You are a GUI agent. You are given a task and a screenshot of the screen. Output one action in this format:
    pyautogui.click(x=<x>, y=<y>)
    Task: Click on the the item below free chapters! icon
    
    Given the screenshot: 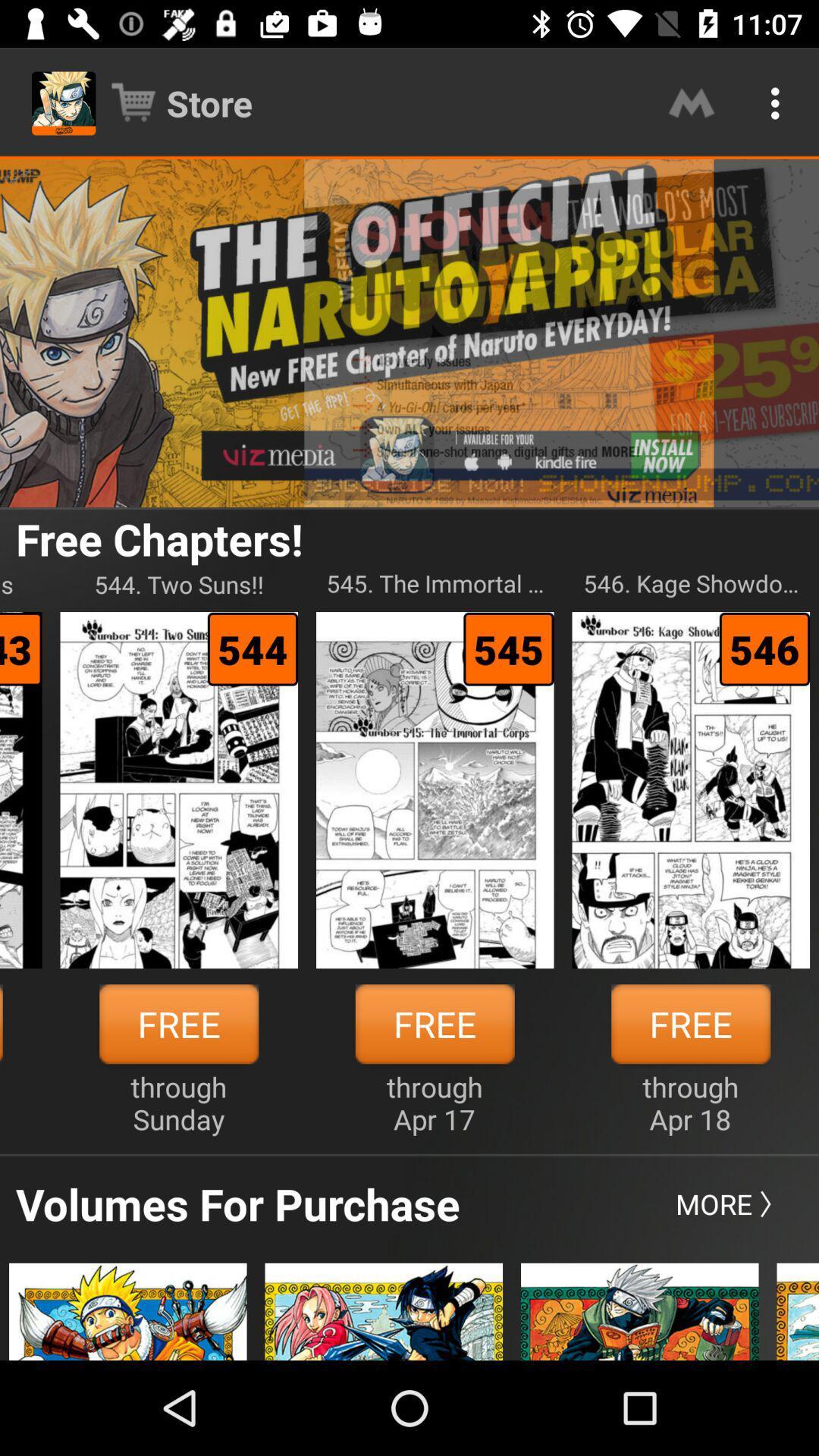 What is the action you would take?
    pyautogui.click(x=178, y=583)
    